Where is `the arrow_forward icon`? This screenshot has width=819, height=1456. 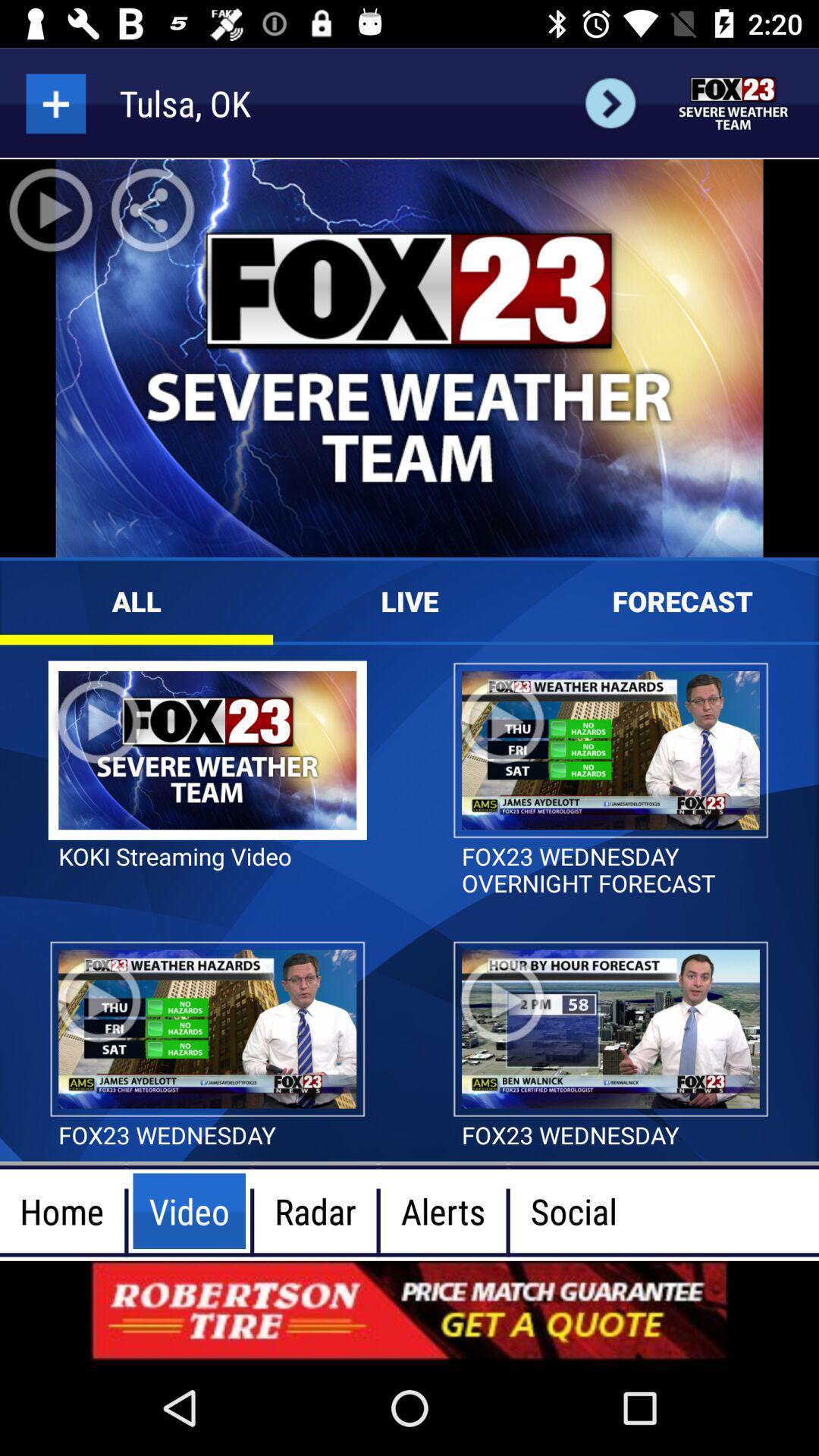
the arrow_forward icon is located at coordinates (610, 102).